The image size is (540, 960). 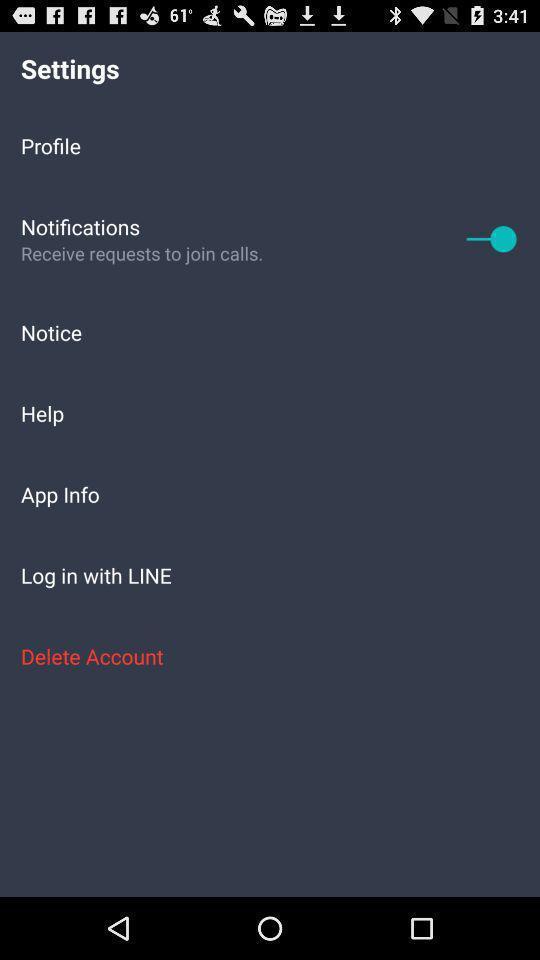 What do you see at coordinates (491, 238) in the screenshot?
I see `the app next to the receive requests to icon` at bounding box center [491, 238].